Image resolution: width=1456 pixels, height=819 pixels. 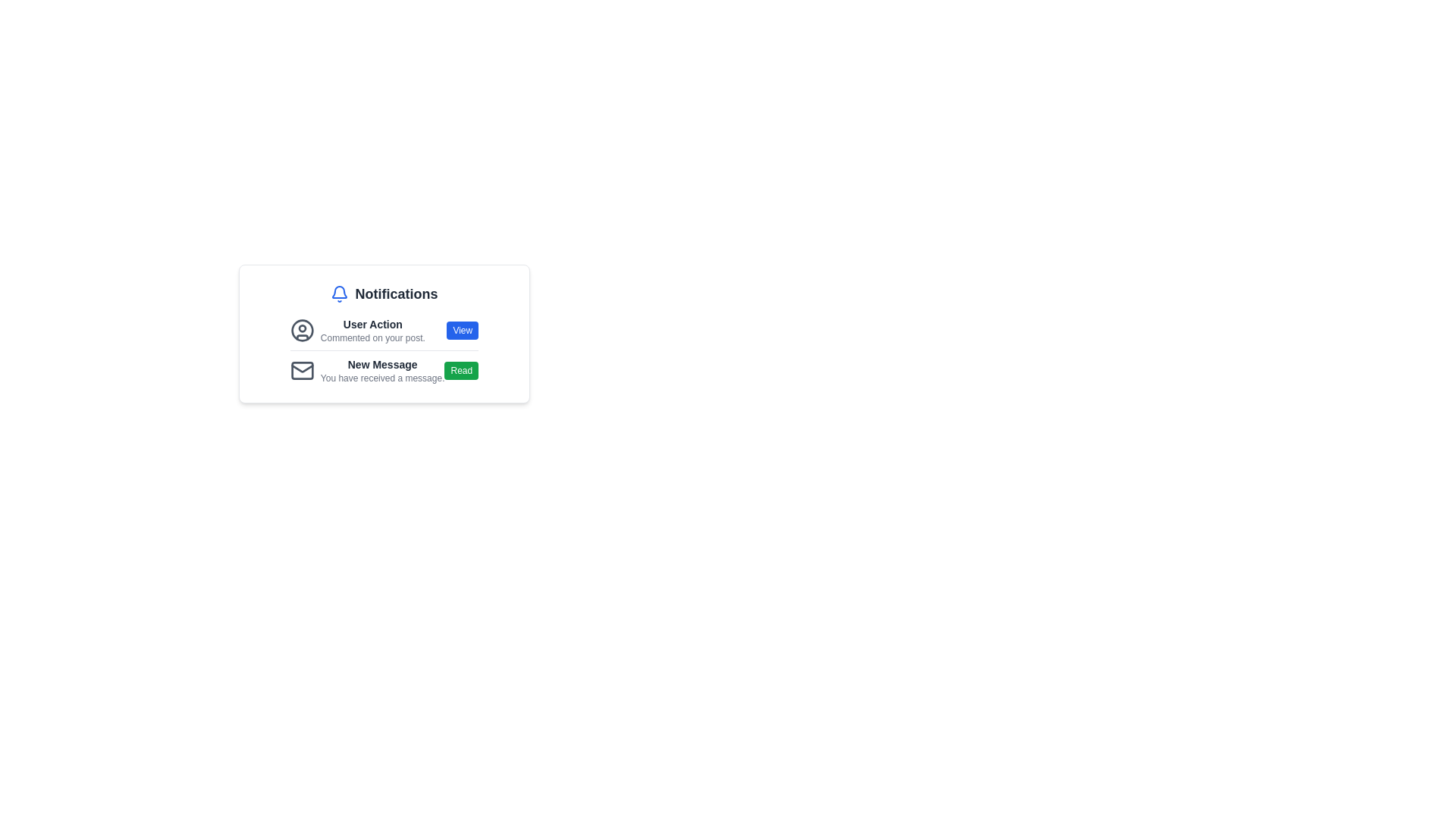 What do you see at coordinates (302, 371) in the screenshot?
I see `the decorative icon representing a new message located under the 'Notifications' heading, positioned to the left of the 'New Message' text` at bounding box center [302, 371].